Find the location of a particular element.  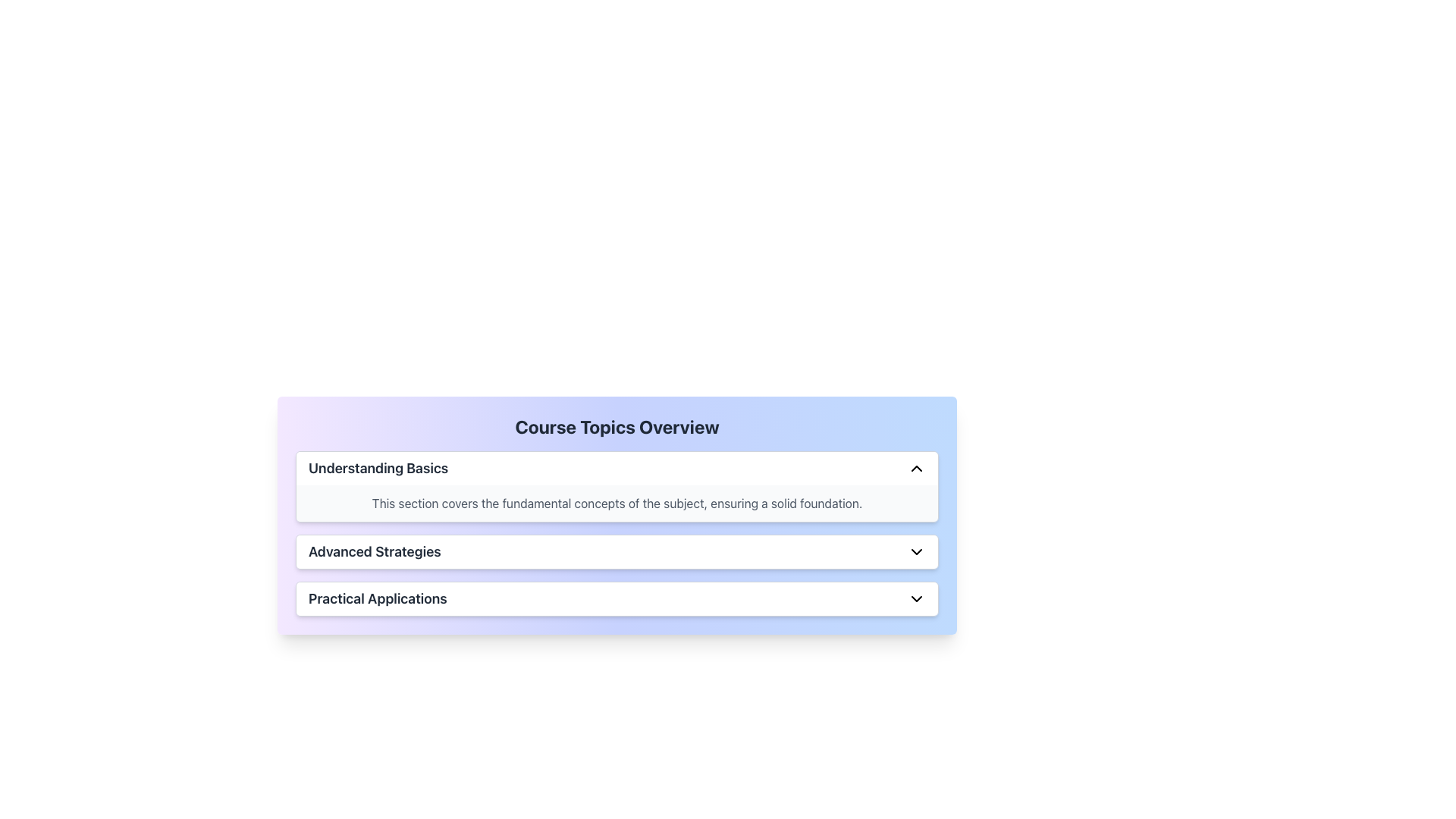

the 'Practical Applications' text label, which serves as the title for its section in the collapsible menu is located at coordinates (378, 598).